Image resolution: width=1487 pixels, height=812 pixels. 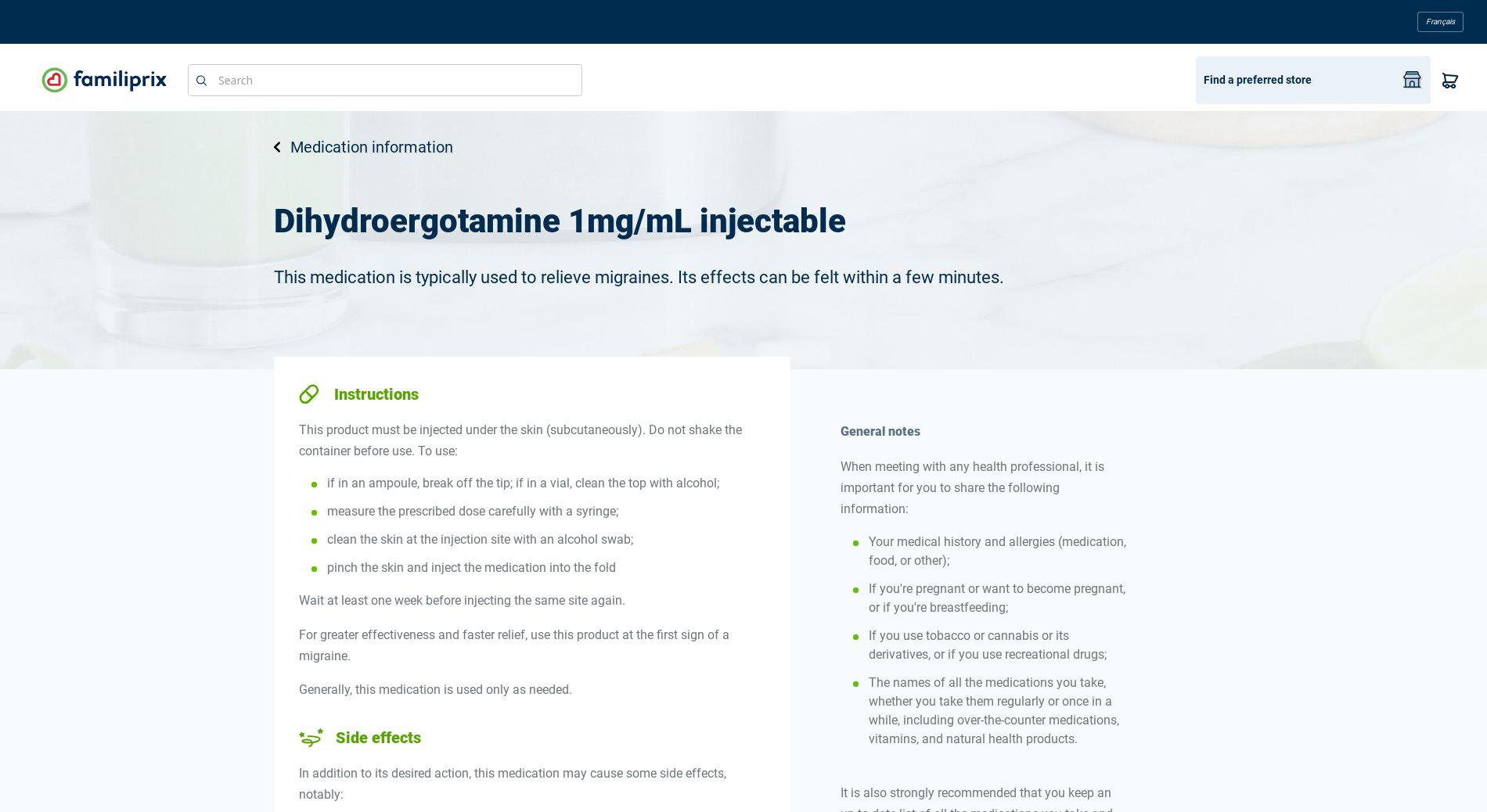 What do you see at coordinates (512, 783) in the screenshot?
I see `'In addition to its desired action, this medication may cause some side effects, notably:'` at bounding box center [512, 783].